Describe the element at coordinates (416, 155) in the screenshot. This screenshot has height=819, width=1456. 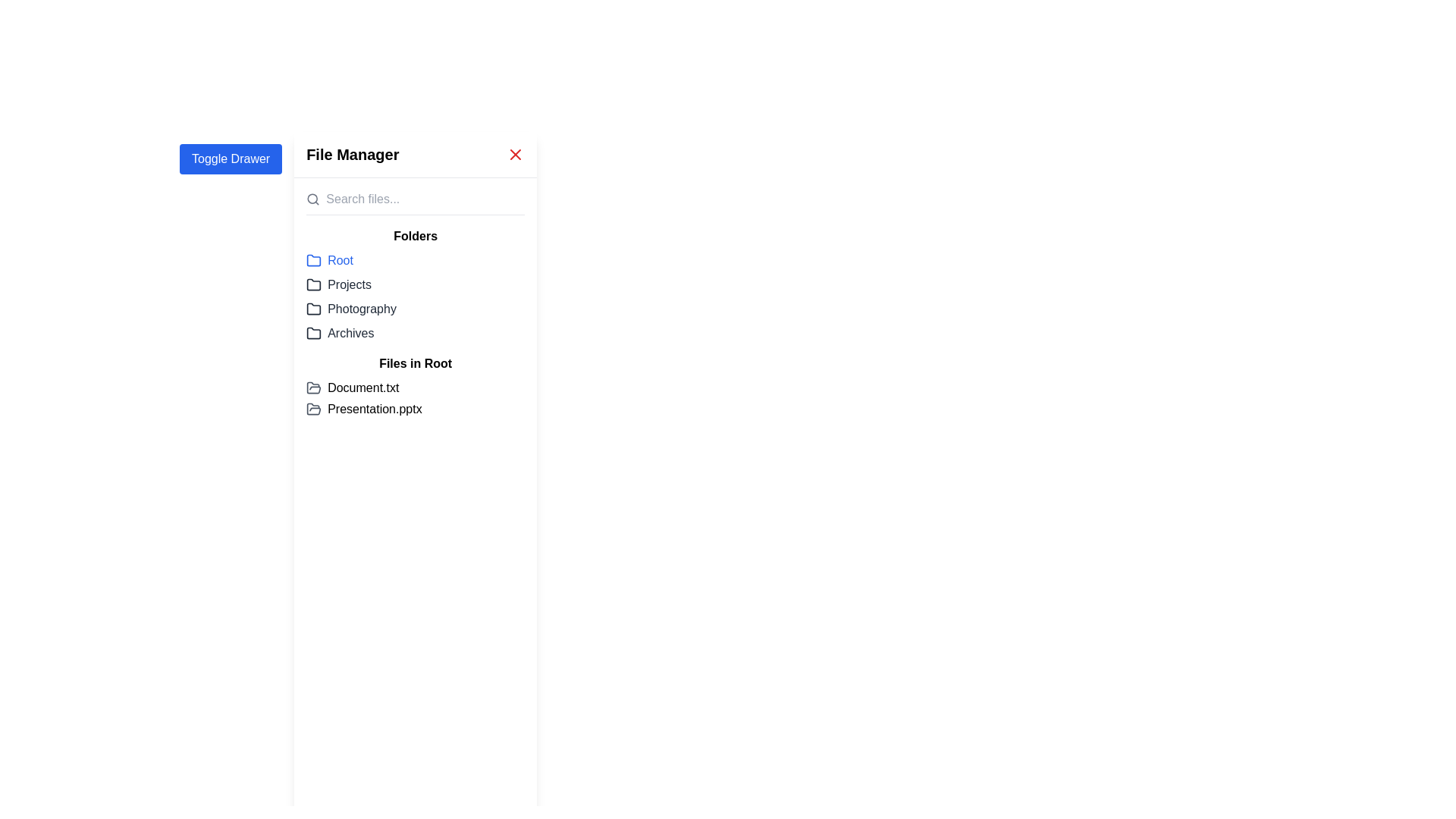
I see `the 'File Manager' header element located at the top of the vertical sidebar by moving the cursor to its center` at that location.